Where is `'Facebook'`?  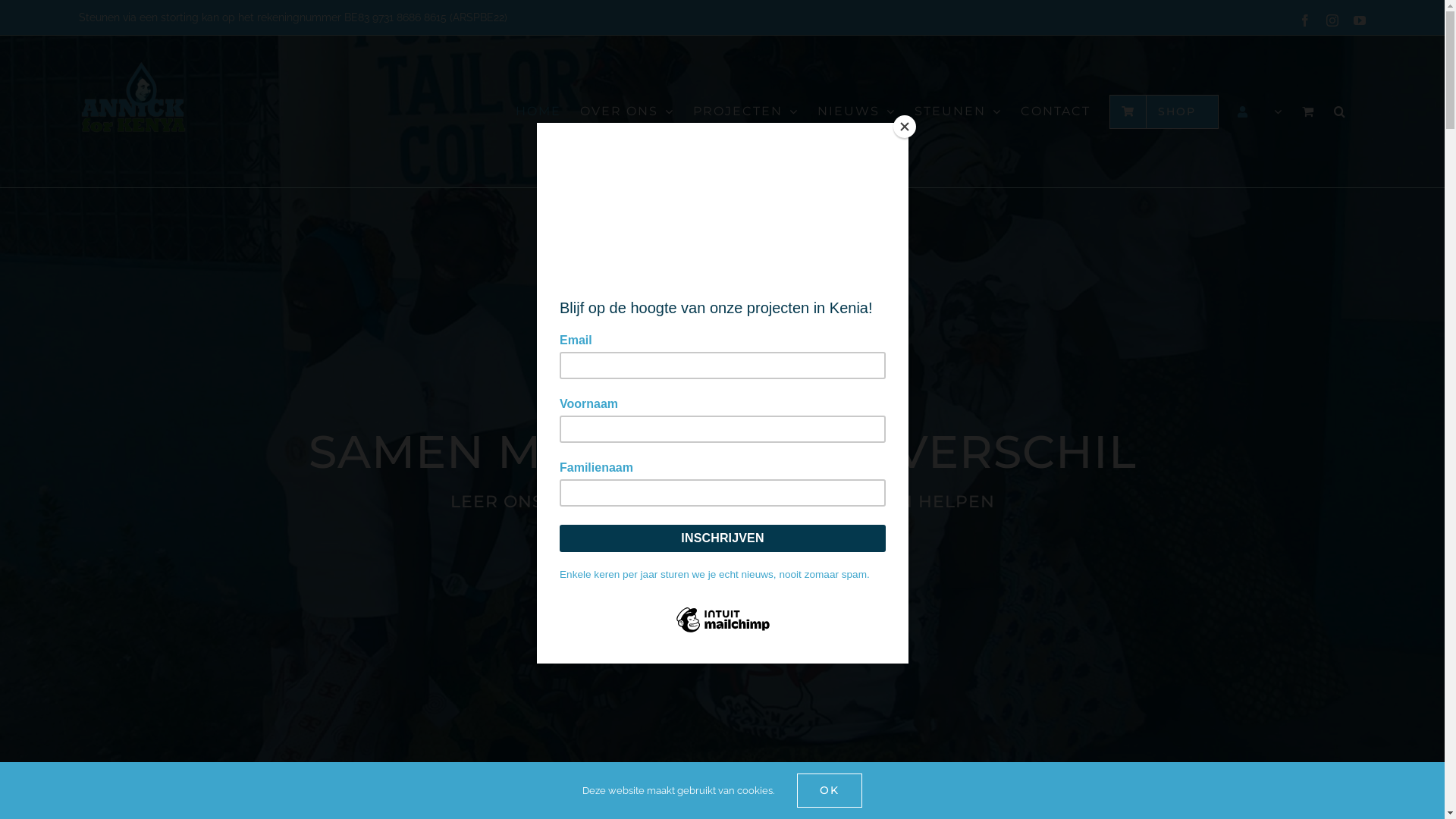
'Facebook' is located at coordinates (1304, 20).